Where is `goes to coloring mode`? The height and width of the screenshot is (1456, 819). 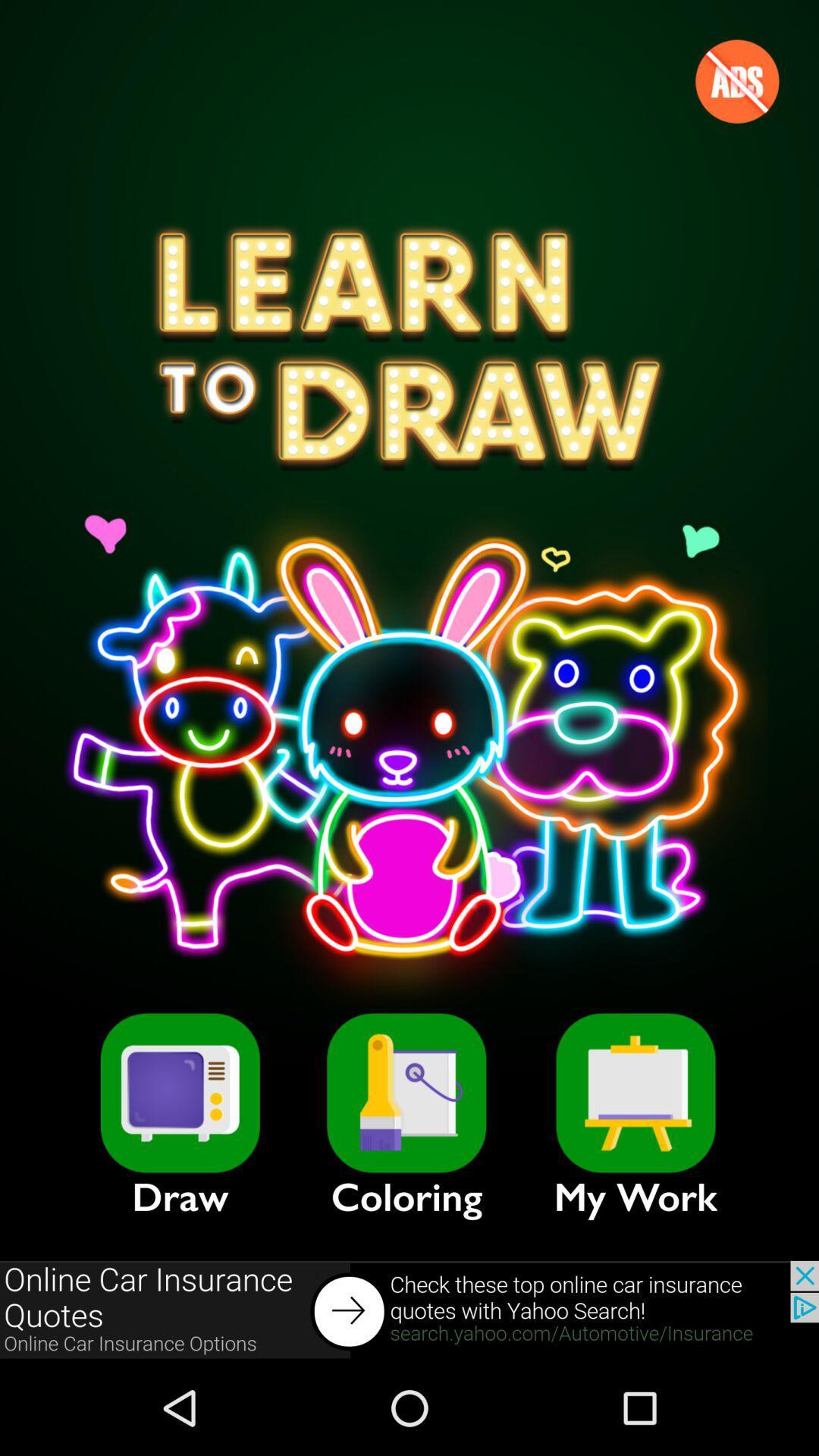 goes to coloring mode is located at coordinates (406, 1093).